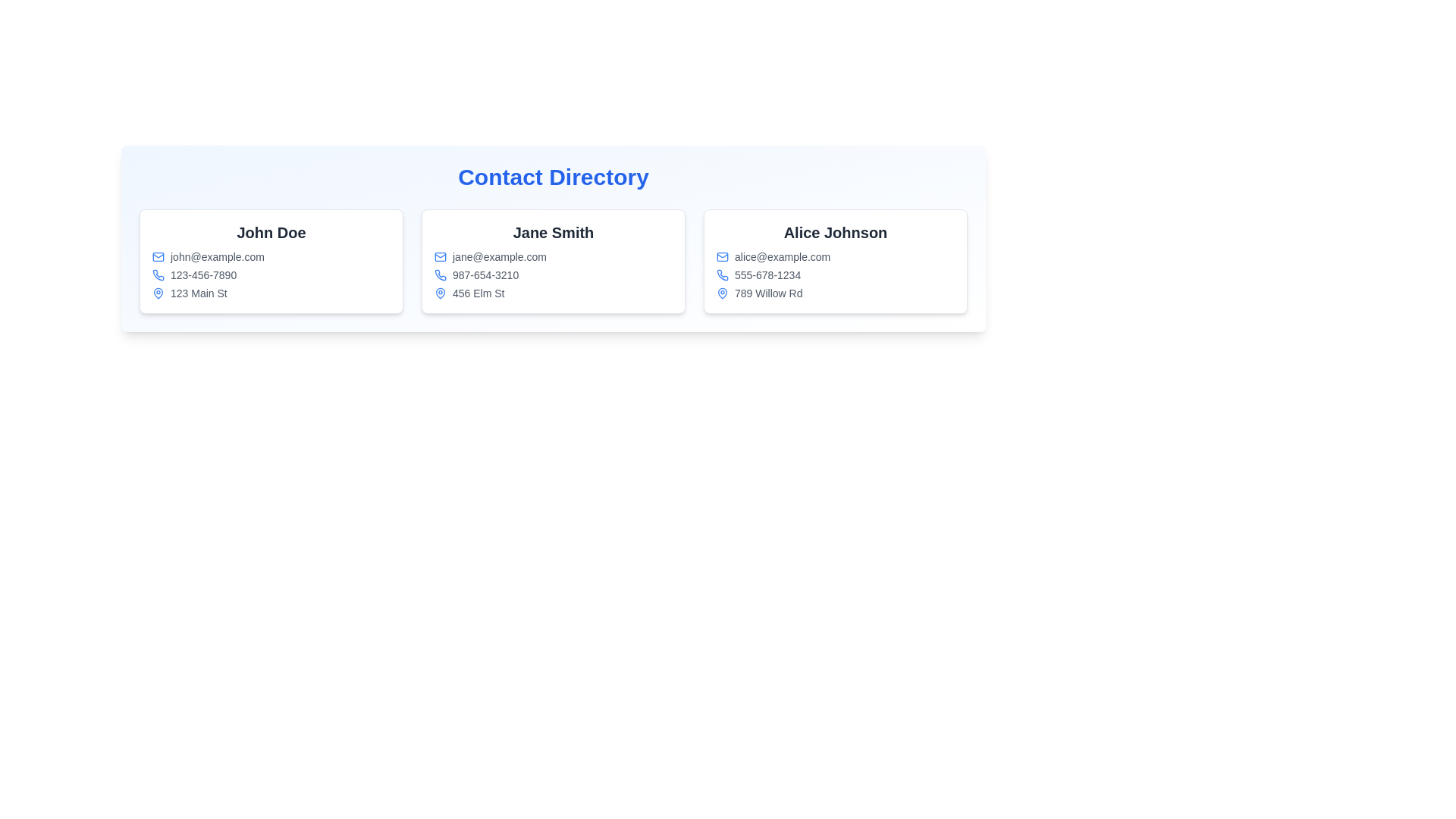  I want to click on the Informational card for 'Alice Johnson', which features a white background and gray border, located in the 'Contact Directory' section, so click(835, 260).